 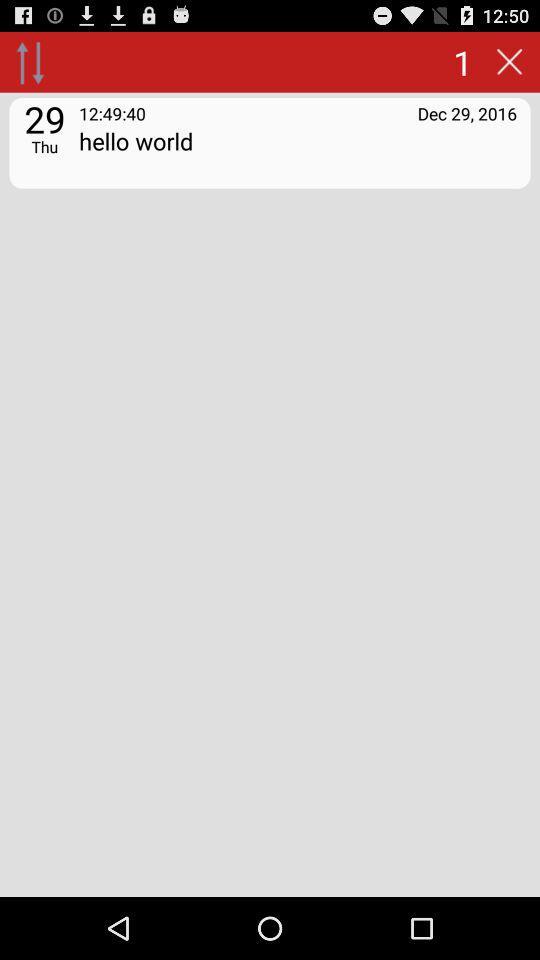 What do you see at coordinates (44, 145) in the screenshot?
I see `the icon to the left of hello world app` at bounding box center [44, 145].